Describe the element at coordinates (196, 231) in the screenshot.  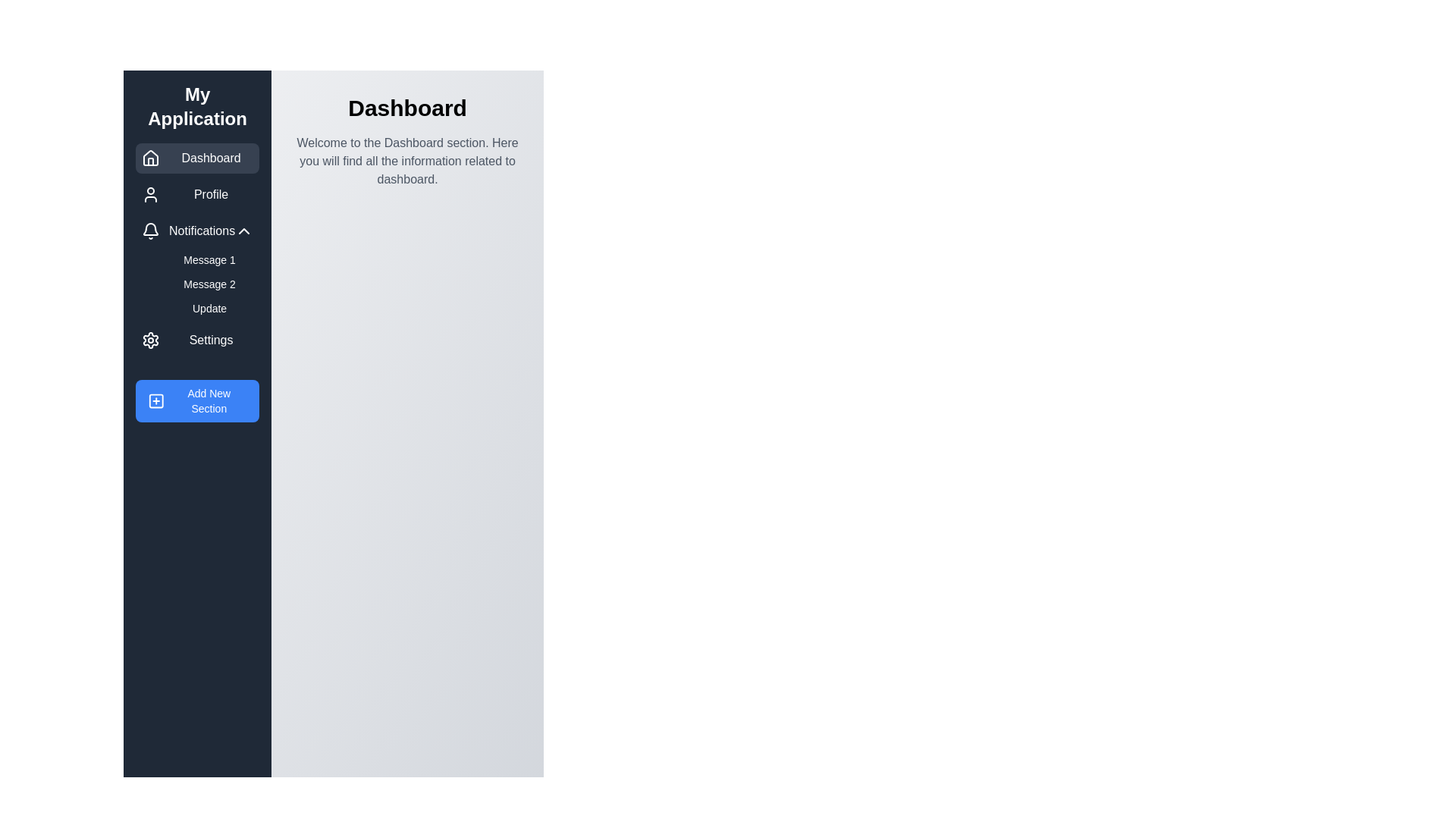
I see `the button for toggling the menu or displaying notifications, located in the sidebar between 'Profile' and 'Message 1'` at that location.